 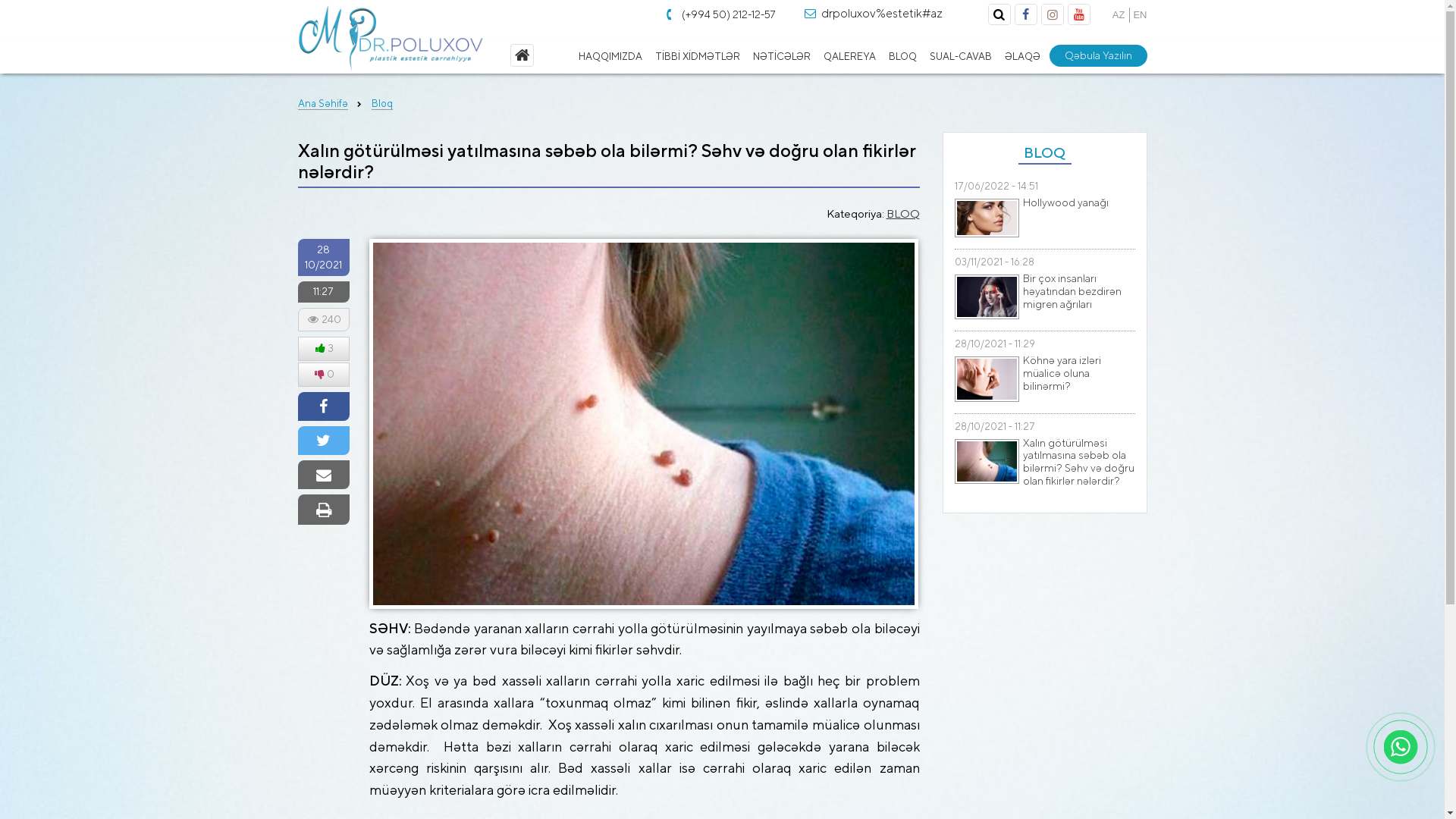 What do you see at coordinates (848, 55) in the screenshot?
I see `'QALEREYA'` at bounding box center [848, 55].